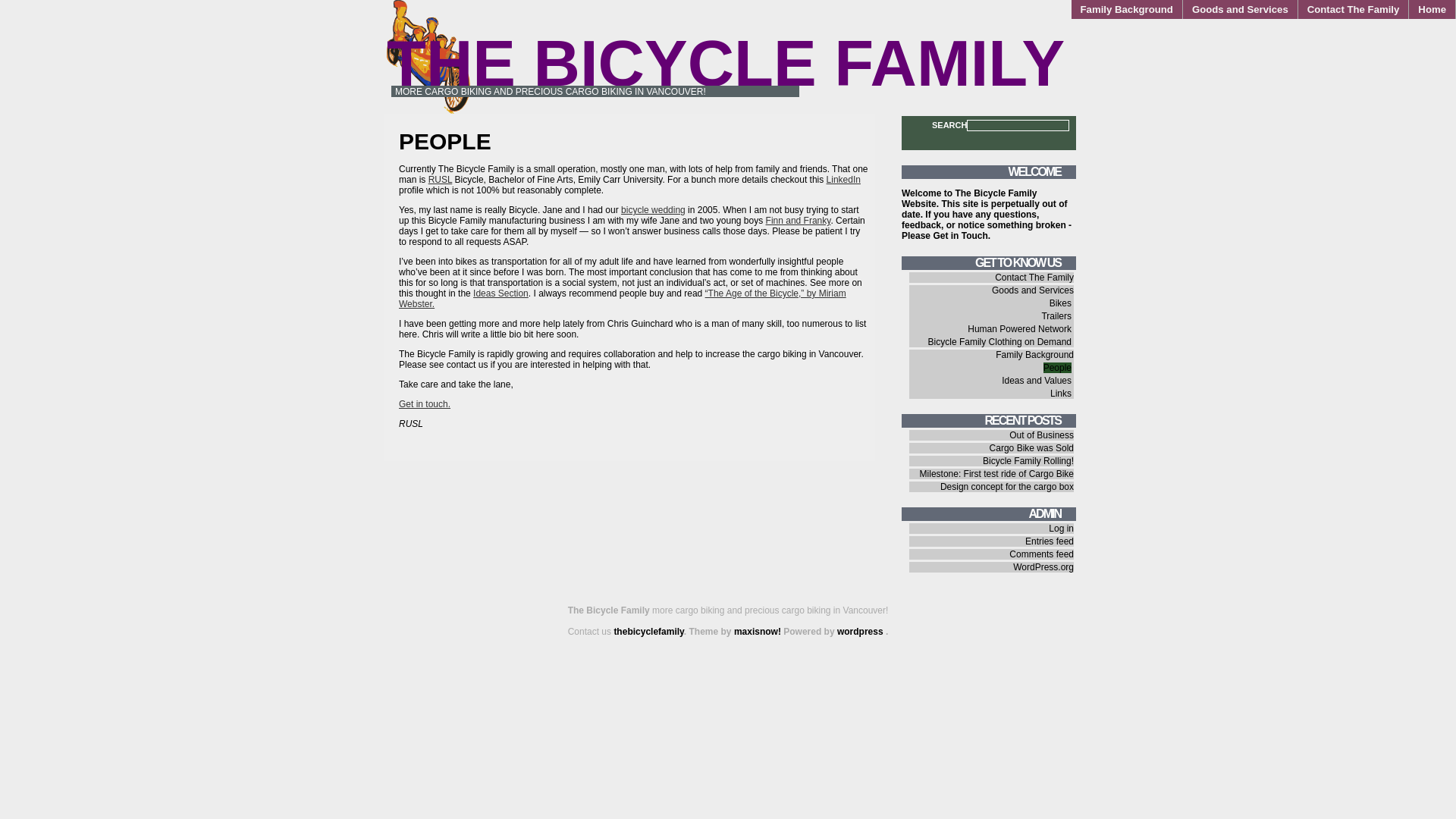 The height and width of the screenshot is (819, 1456). Describe the element at coordinates (1009, 435) in the screenshot. I see `'Out of Business'` at that location.